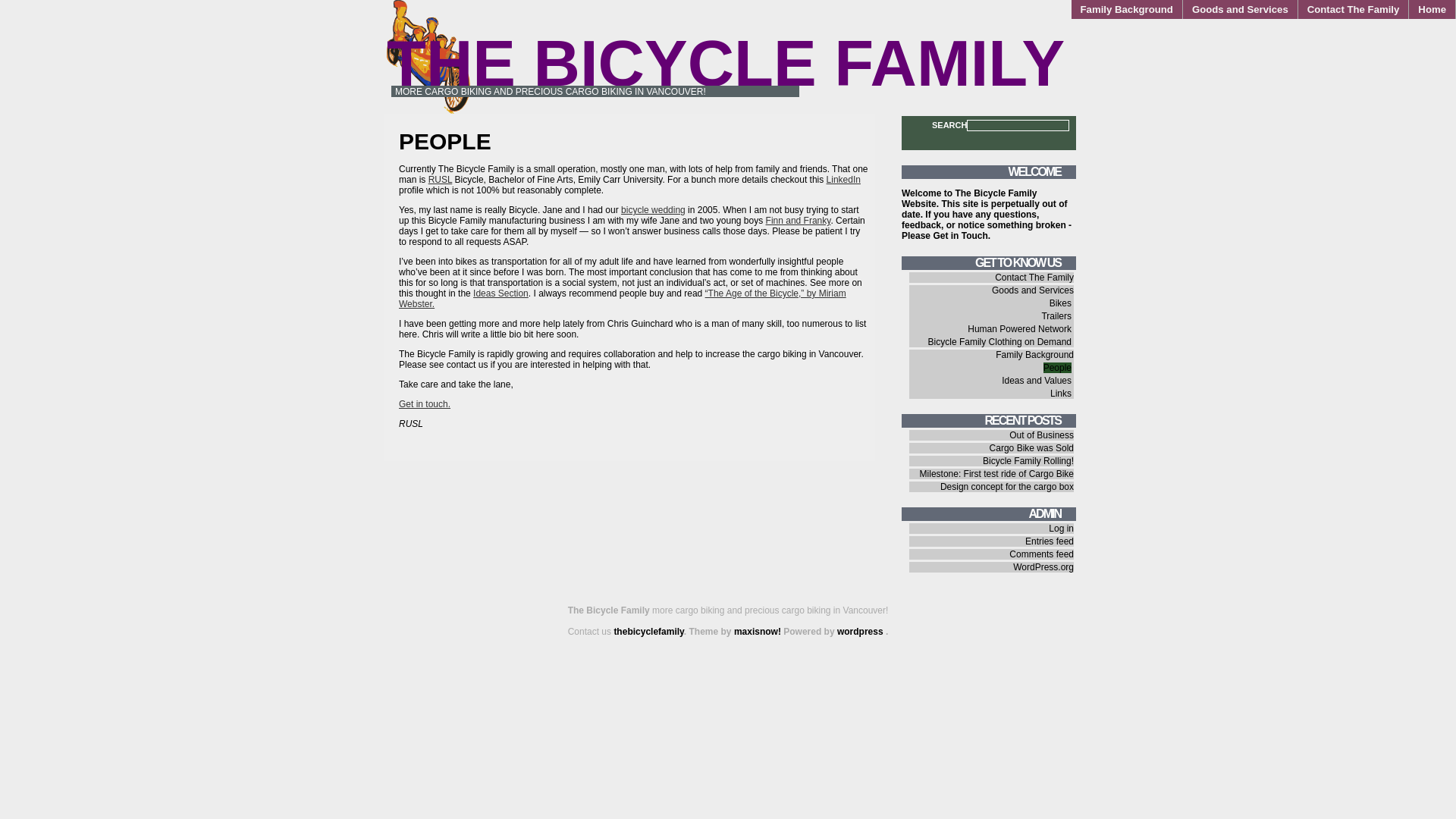 The height and width of the screenshot is (819, 1456). Describe the element at coordinates (1009, 435) in the screenshot. I see `'Out of Business'` at that location.